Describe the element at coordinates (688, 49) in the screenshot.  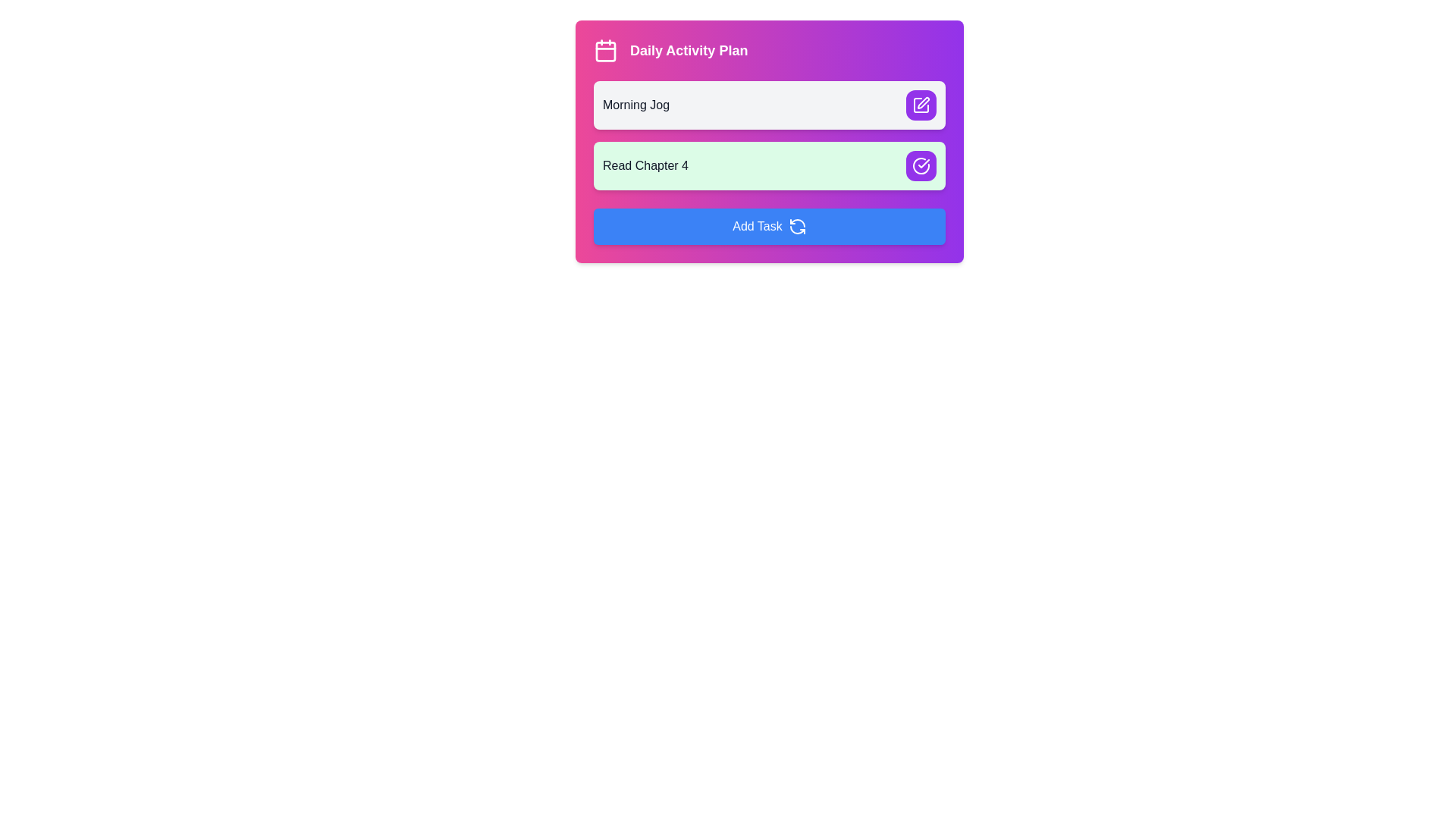
I see `the bold, large-font 'Daily Activity Plan' label with vibrant white text against a gradient purple-pink background, located to the right of a calendar icon in the header` at that location.